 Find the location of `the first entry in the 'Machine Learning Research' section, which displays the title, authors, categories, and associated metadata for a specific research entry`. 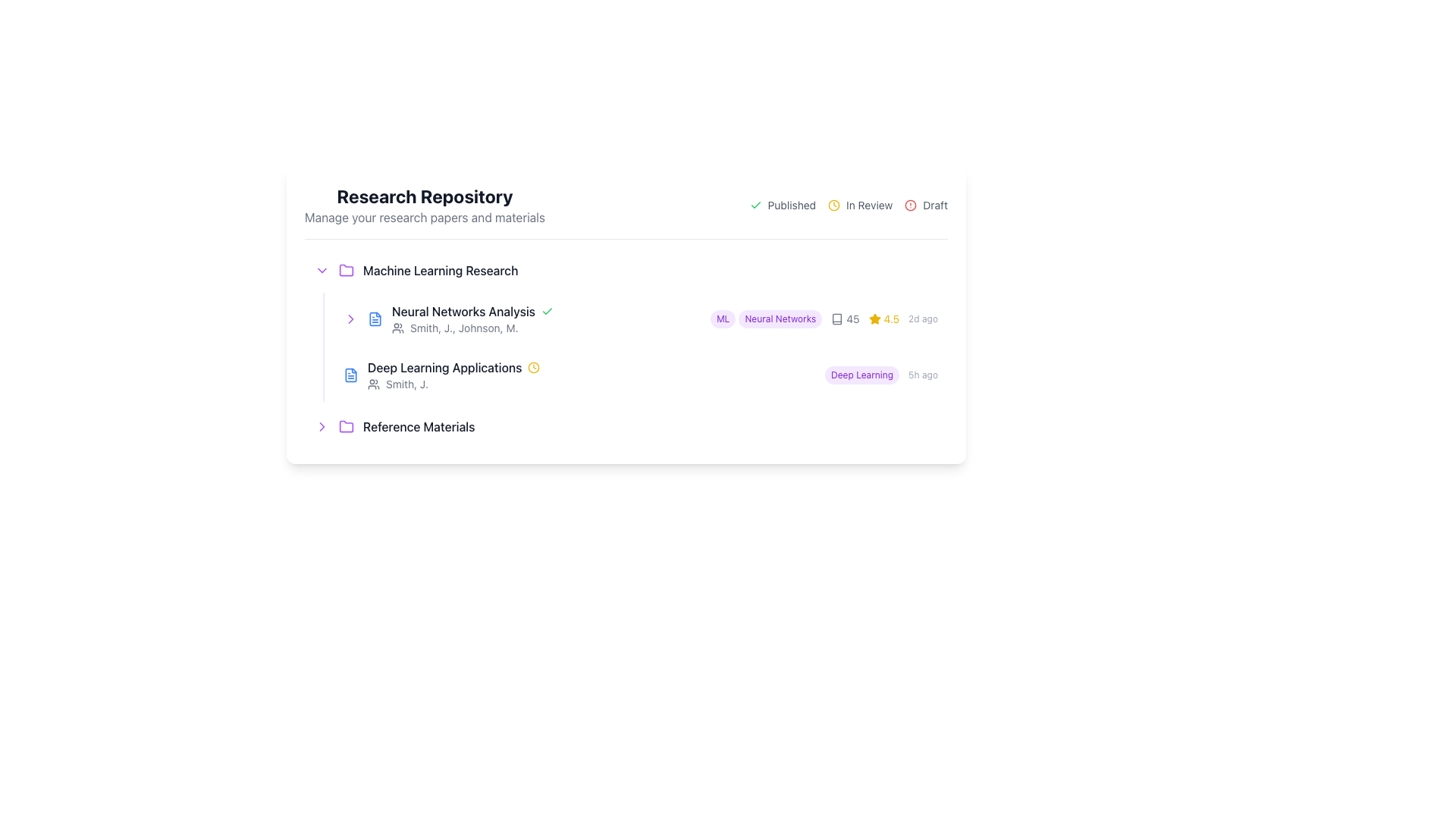

the first entry in the 'Machine Learning Research' section, which displays the title, authors, categories, and associated metadata for a specific research entry is located at coordinates (640, 318).